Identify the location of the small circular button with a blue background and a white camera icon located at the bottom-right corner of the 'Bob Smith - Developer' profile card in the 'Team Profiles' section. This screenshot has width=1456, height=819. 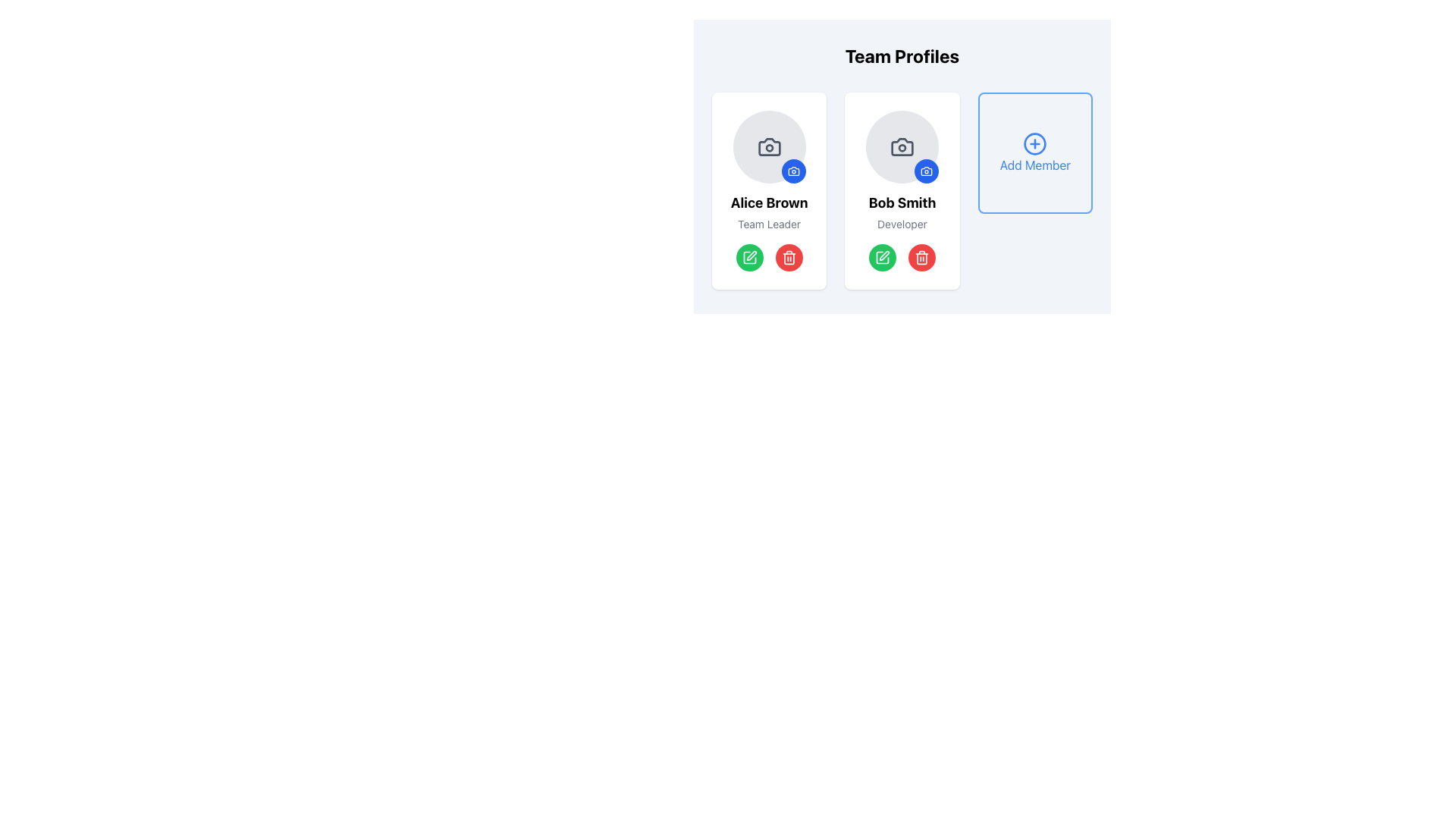
(925, 171).